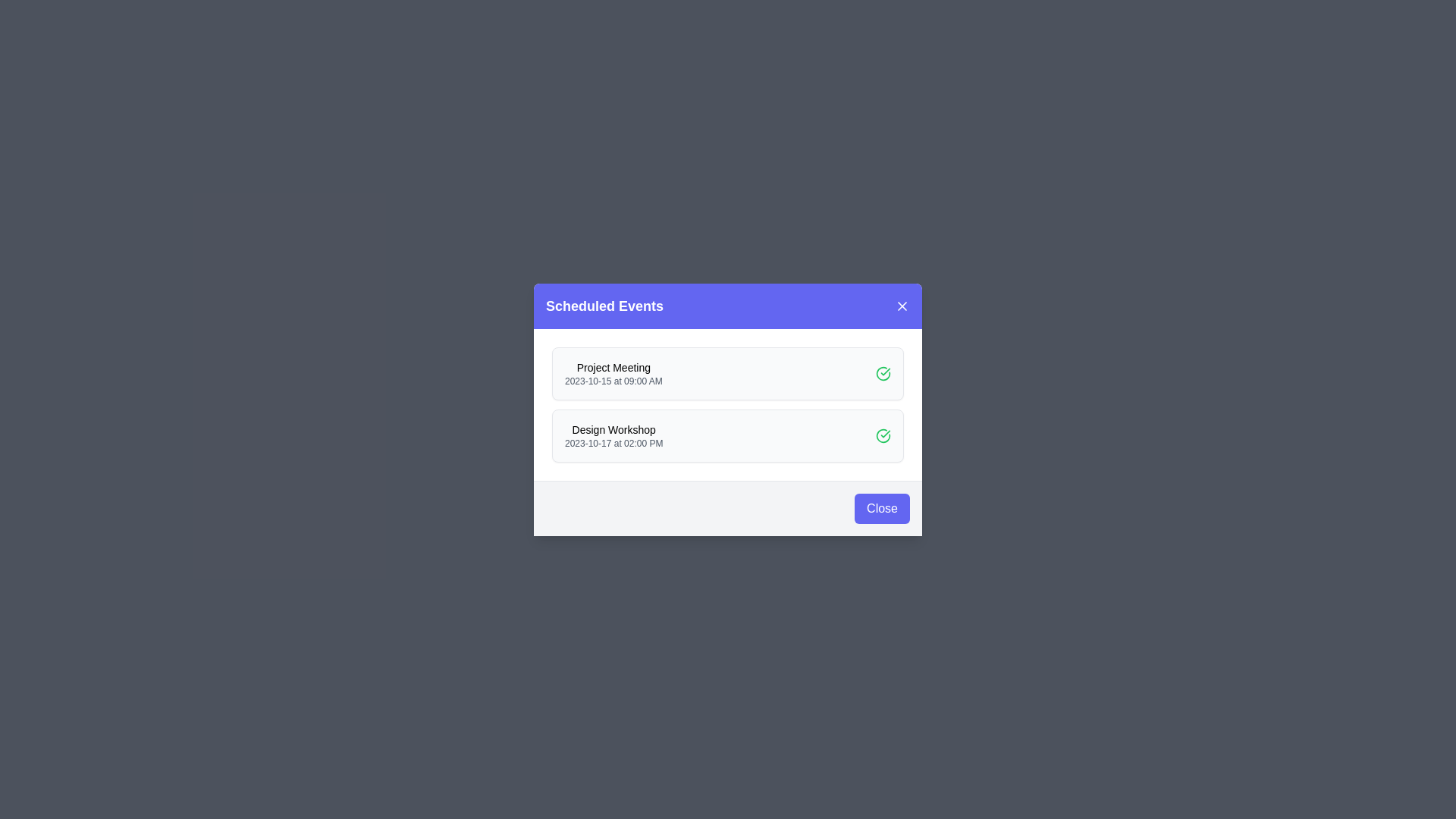  What do you see at coordinates (728, 373) in the screenshot?
I see `the first list item titled 'Project Meeting'` at bounding box center [728, 373].